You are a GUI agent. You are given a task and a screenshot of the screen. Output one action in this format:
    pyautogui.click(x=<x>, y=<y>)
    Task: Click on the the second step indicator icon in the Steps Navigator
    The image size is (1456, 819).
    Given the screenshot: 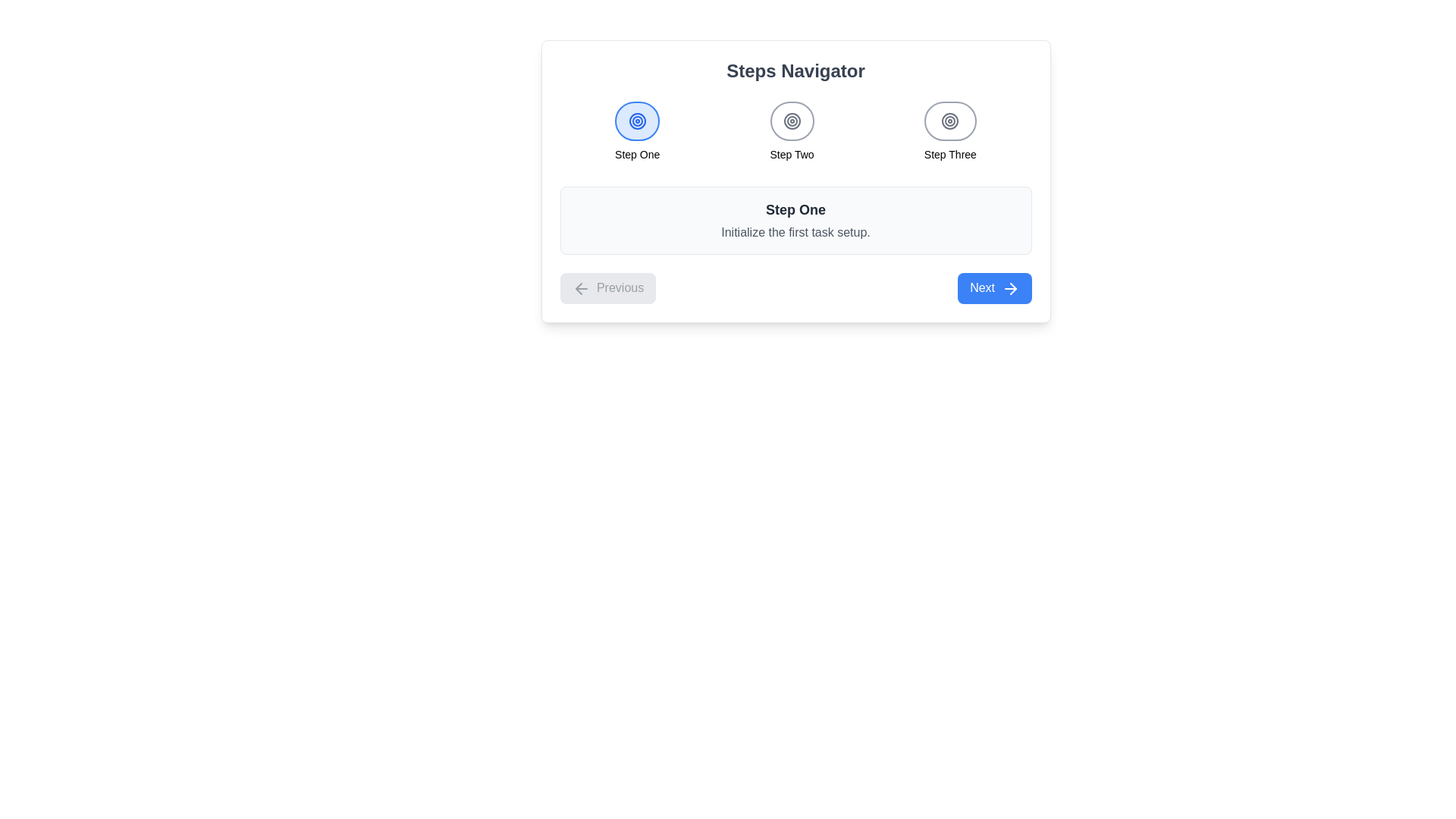 What is the action you would take?
    pyautogui.click(x=791, y=120)
    